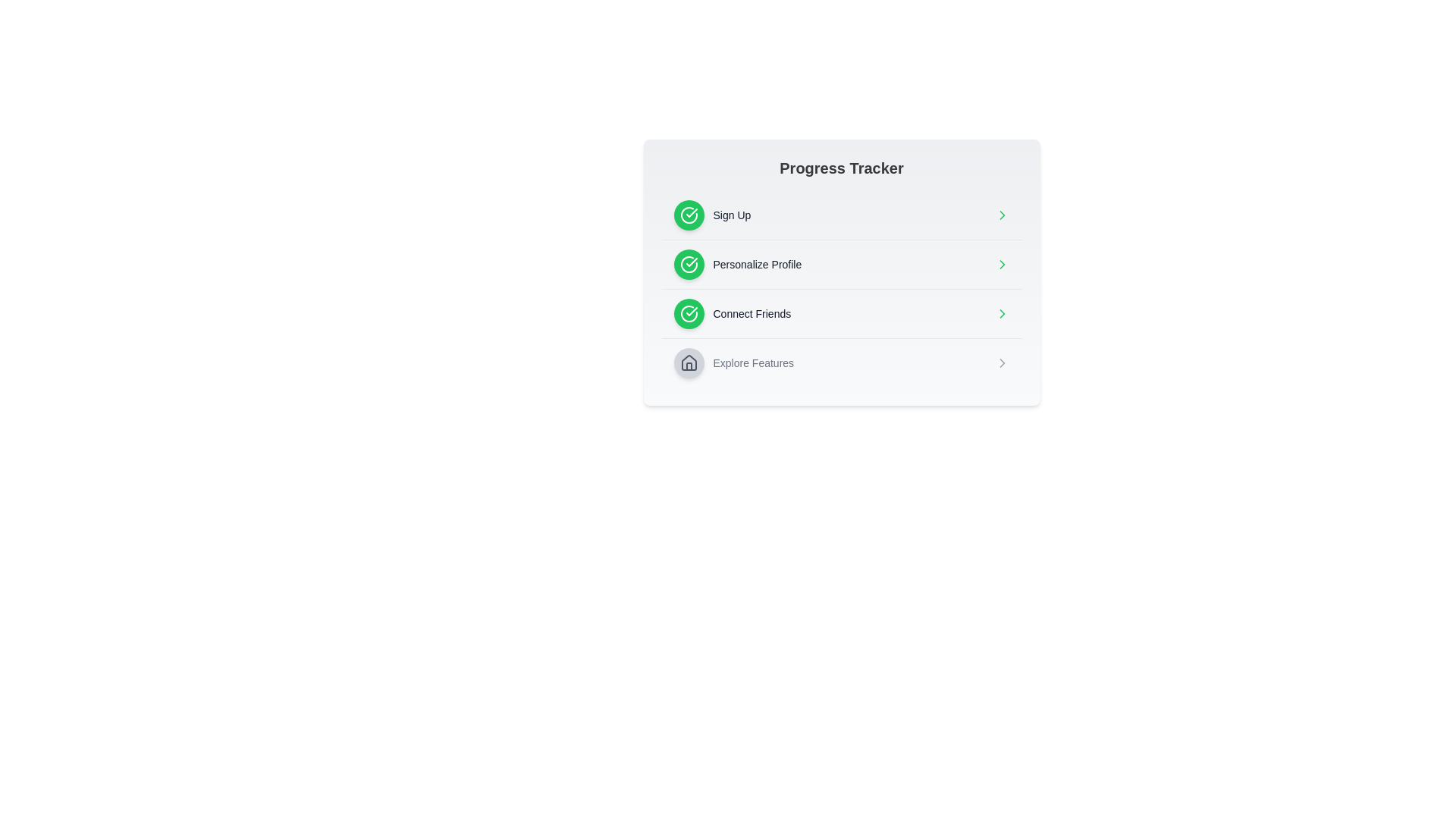 The height and width of the screenshot is (819, 1456). Describe the element at coordinates (688, 312) in the screenshot. I see `the third checkmark icon in the 'Progress Tracker' panel, which indicates the completion status of the 'Connect Friends' step` at that location.